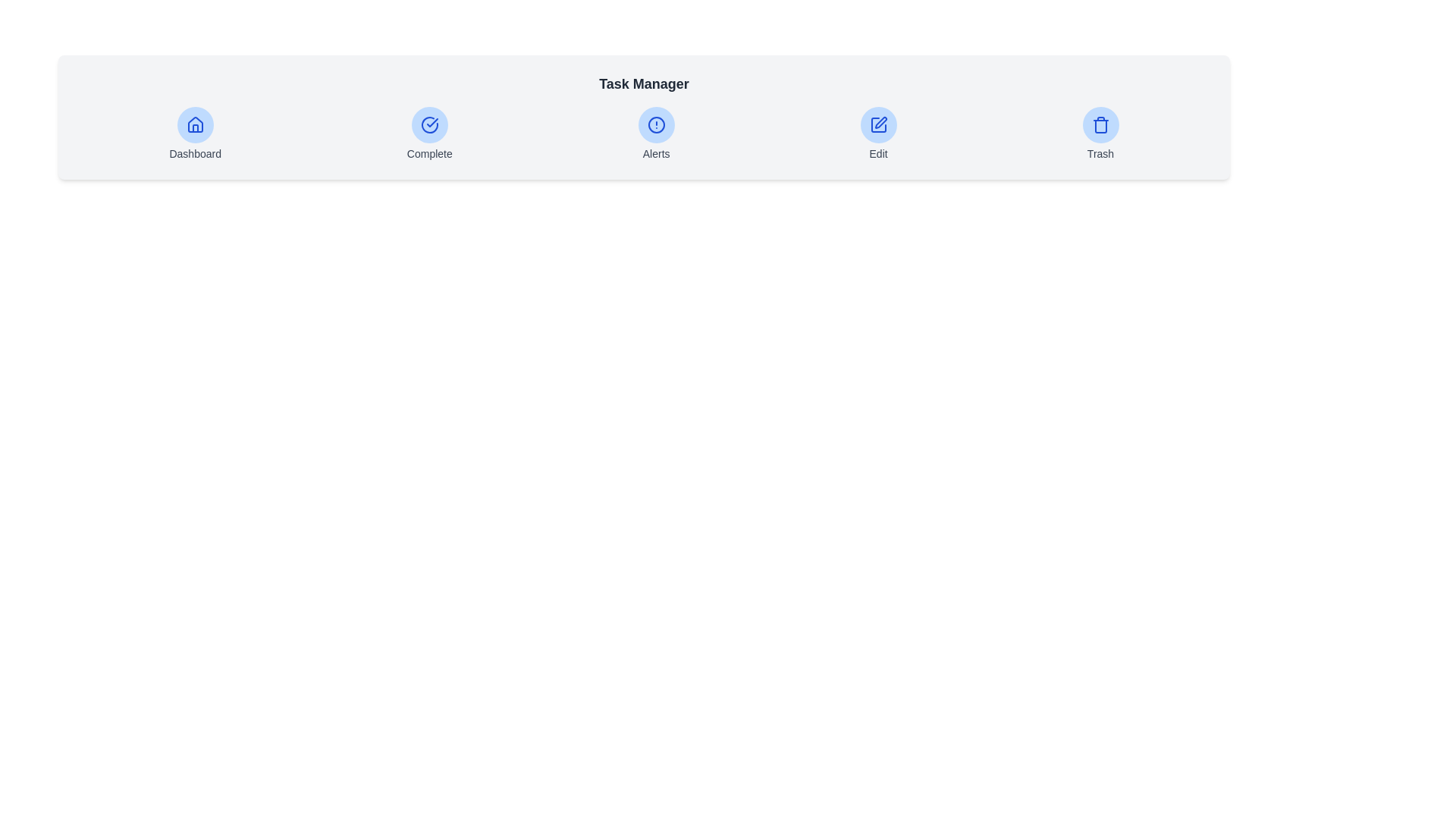 The image size is (1456, 819). Describe the element at coordinates (878, 133) in the screenshot. I see `the 'Edit' button, which is located in the fourth position from the left between the 'Alerts' and 'Trash' buttons` at that location.